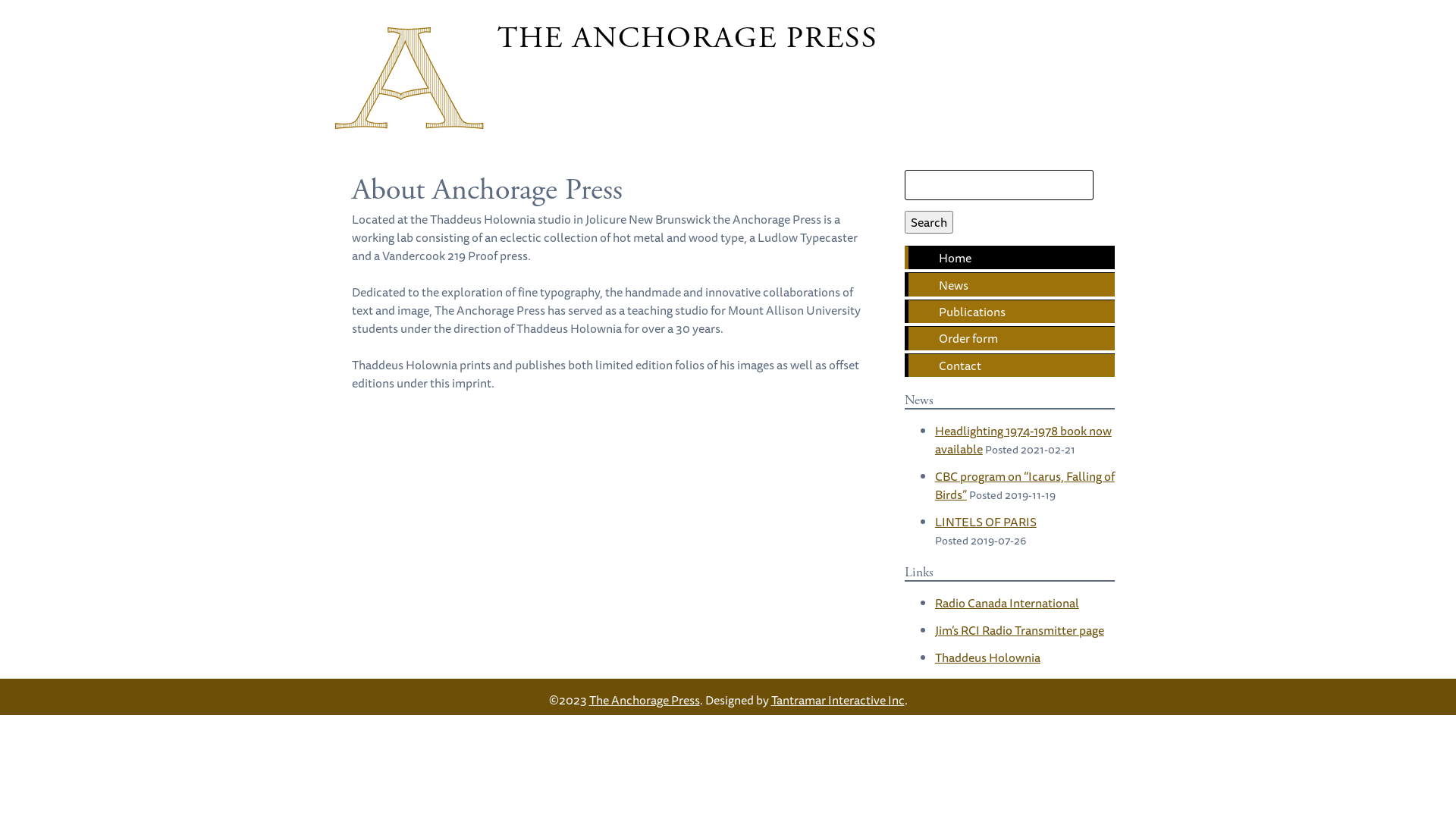 This screenshot has width=1456, height=819. Describe the element at coordinates (927, 222) in the screenshot. I see `'Search'` at that location.